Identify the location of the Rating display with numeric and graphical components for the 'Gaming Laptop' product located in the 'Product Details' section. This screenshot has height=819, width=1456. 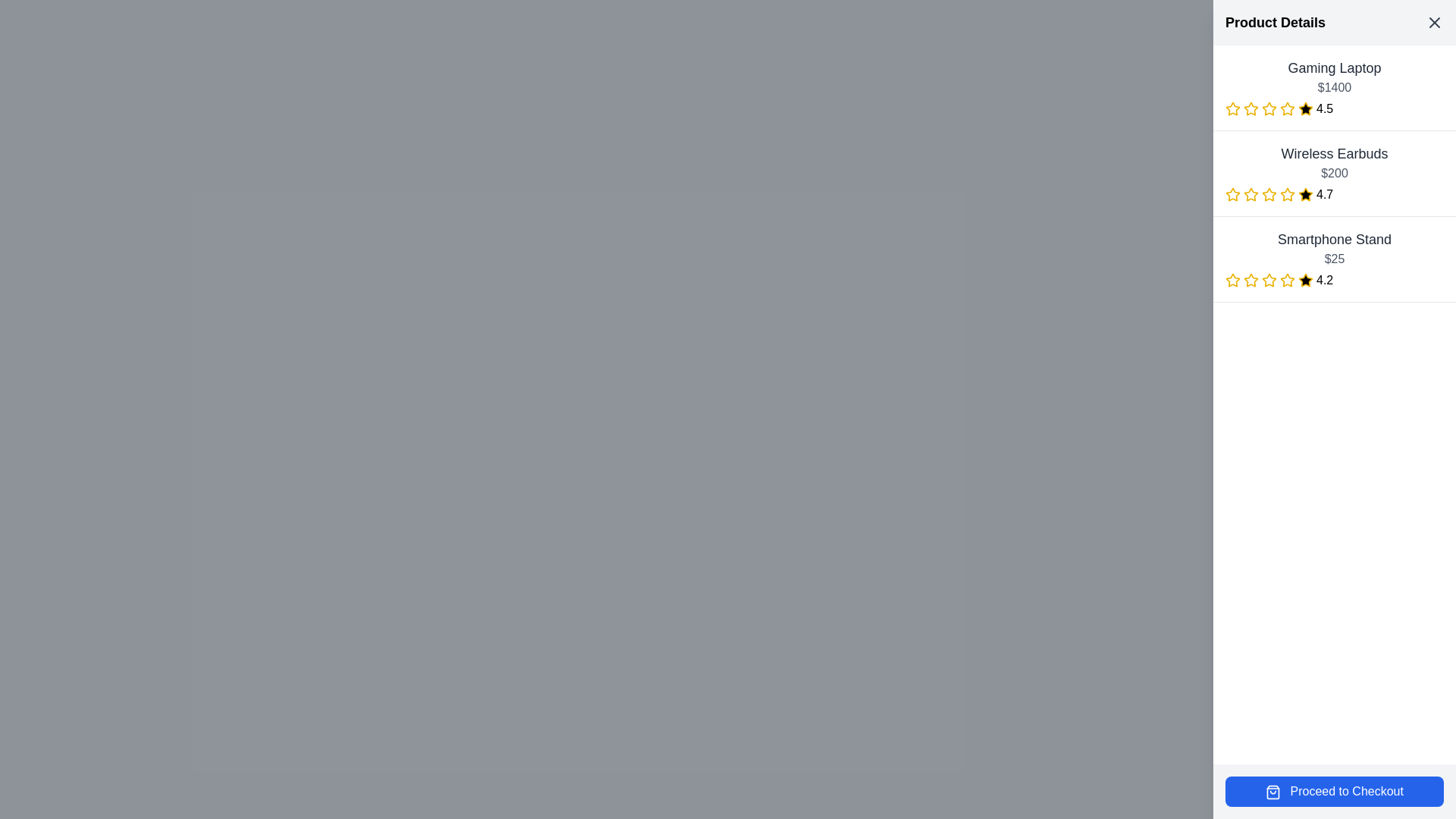
(1335, 108).